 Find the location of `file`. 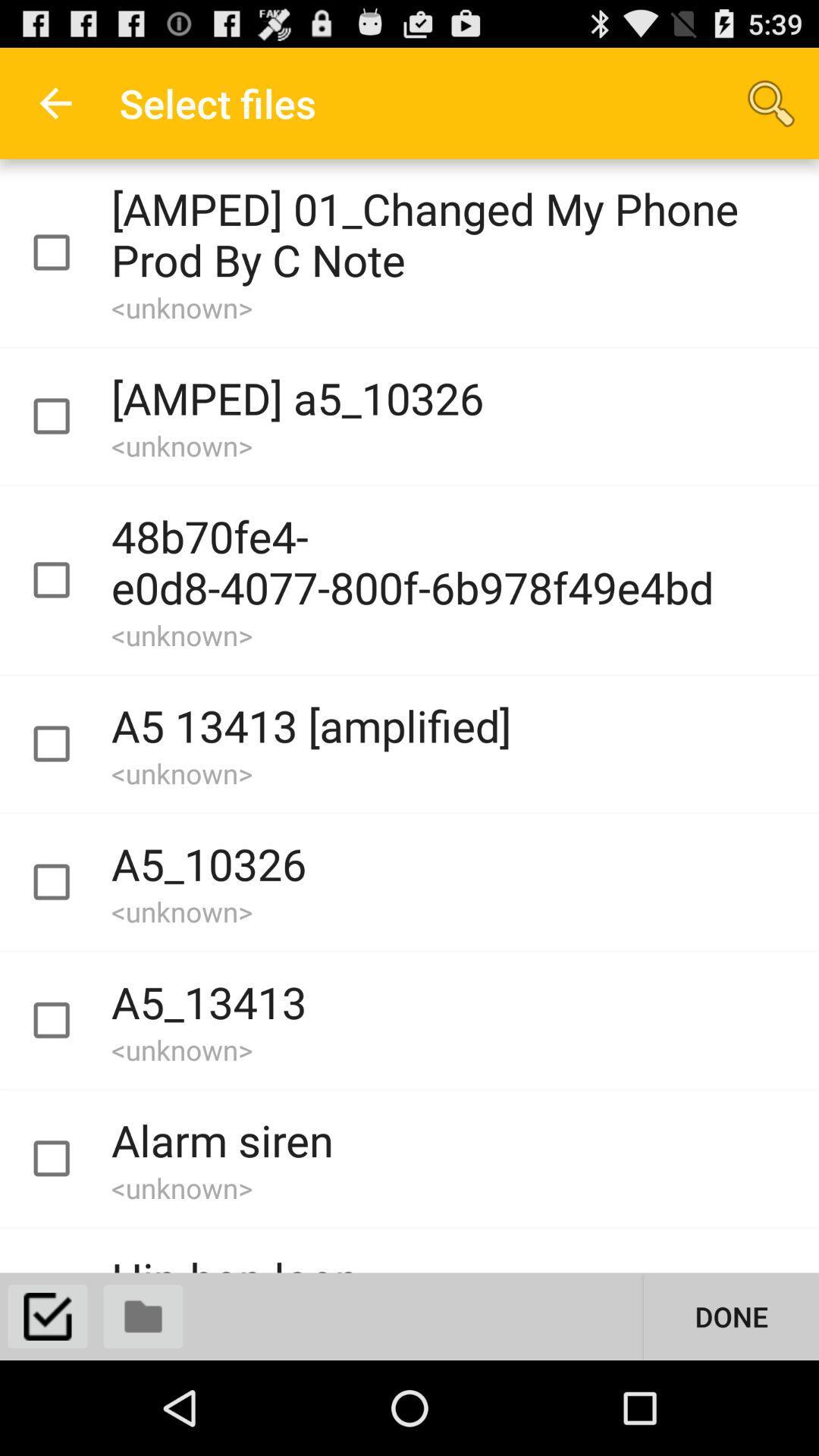

file is located at coordinates (64, 882).